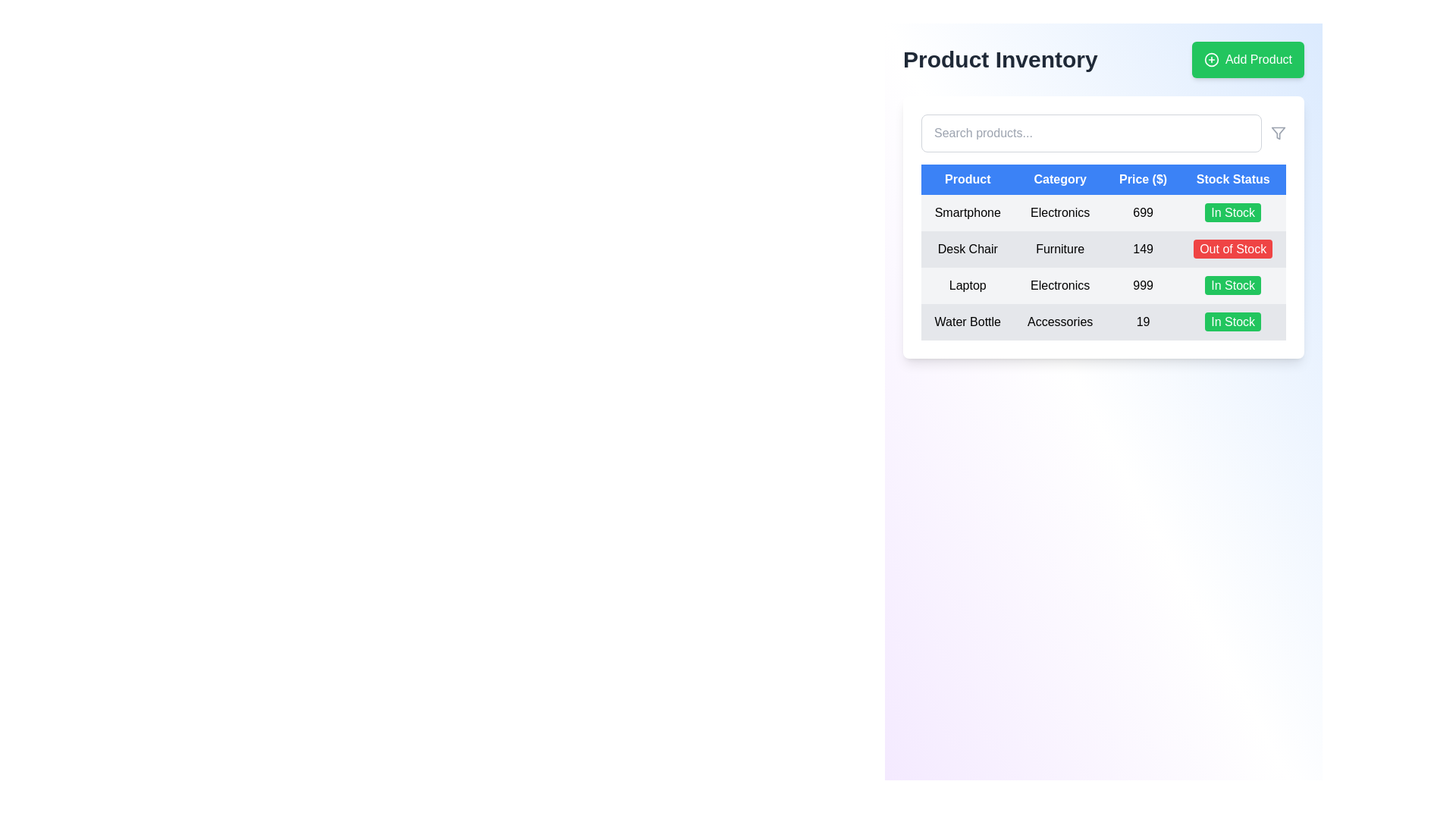 This screenshot has width=1456, height=819. I want to click on the search bar input field with placeholder 'Search products...' to focus on it, so click(1103, 133).